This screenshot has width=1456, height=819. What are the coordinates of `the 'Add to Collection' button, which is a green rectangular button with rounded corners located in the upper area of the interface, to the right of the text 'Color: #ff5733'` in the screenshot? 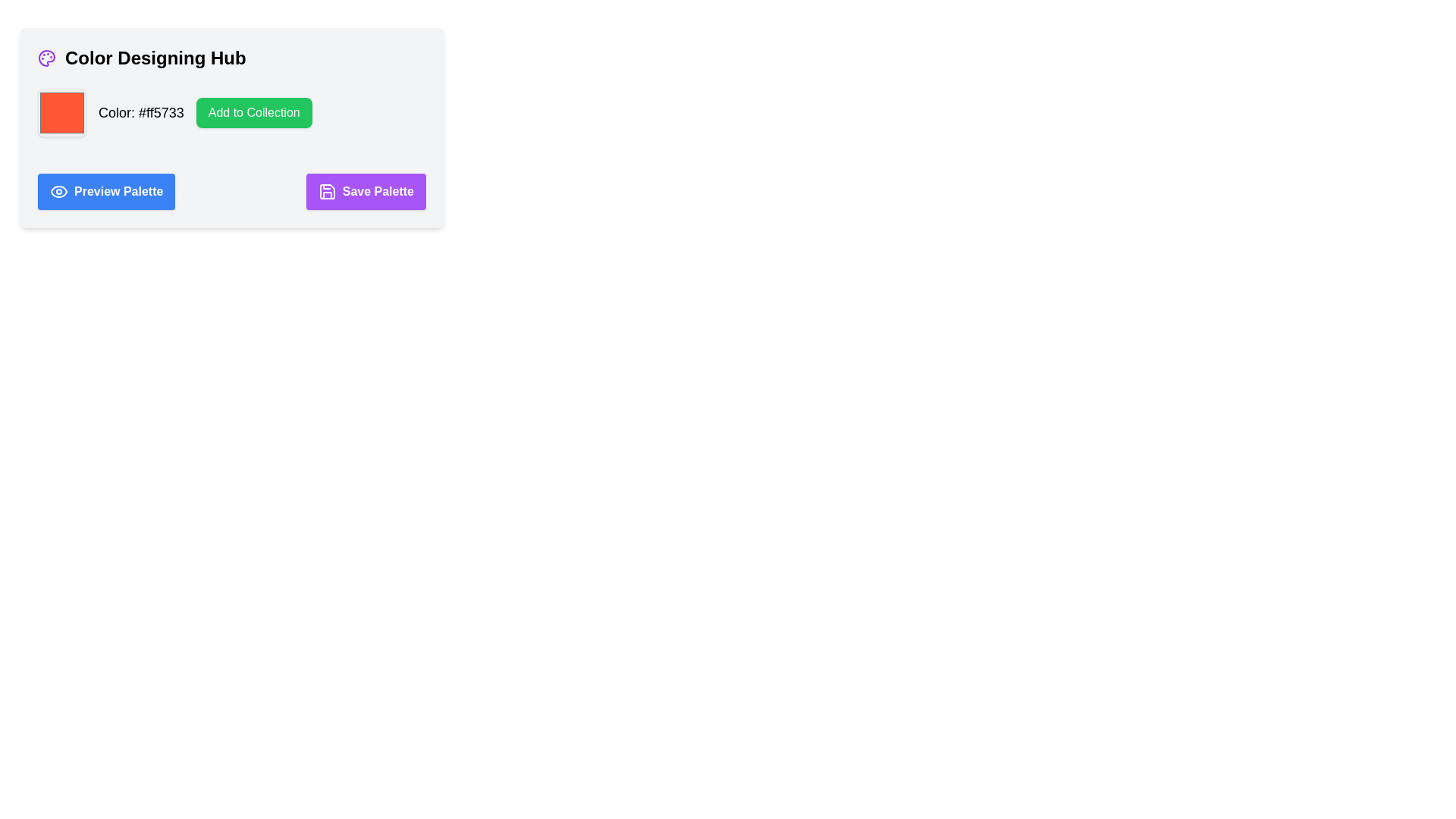 It's located at (254, 112).